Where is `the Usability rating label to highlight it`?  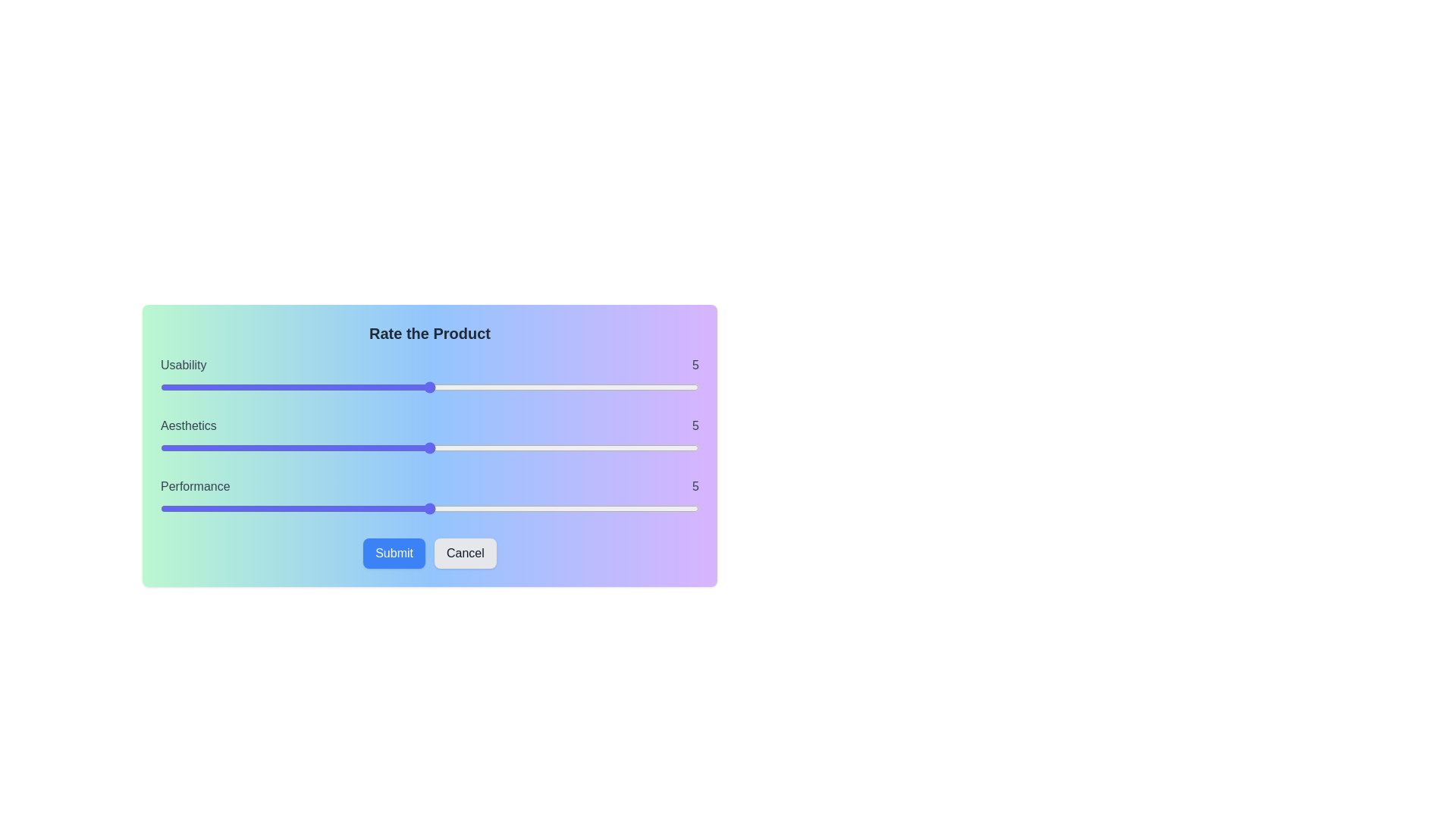 the Usability rating label to highlight it is located at coordinates (182, 366).